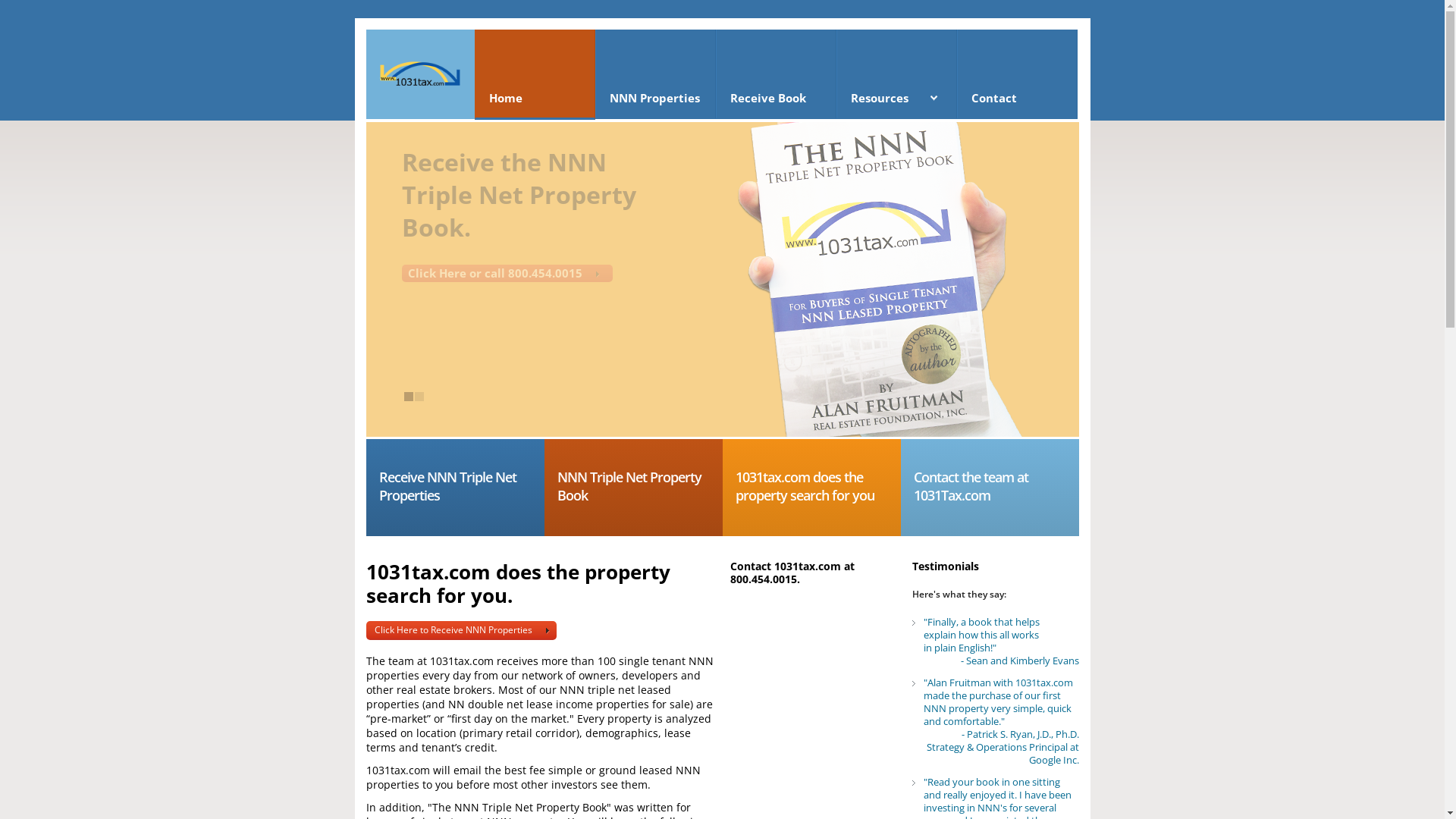  I want to click on 'Contact the team at 1031Tax.com', so click(990, 488).